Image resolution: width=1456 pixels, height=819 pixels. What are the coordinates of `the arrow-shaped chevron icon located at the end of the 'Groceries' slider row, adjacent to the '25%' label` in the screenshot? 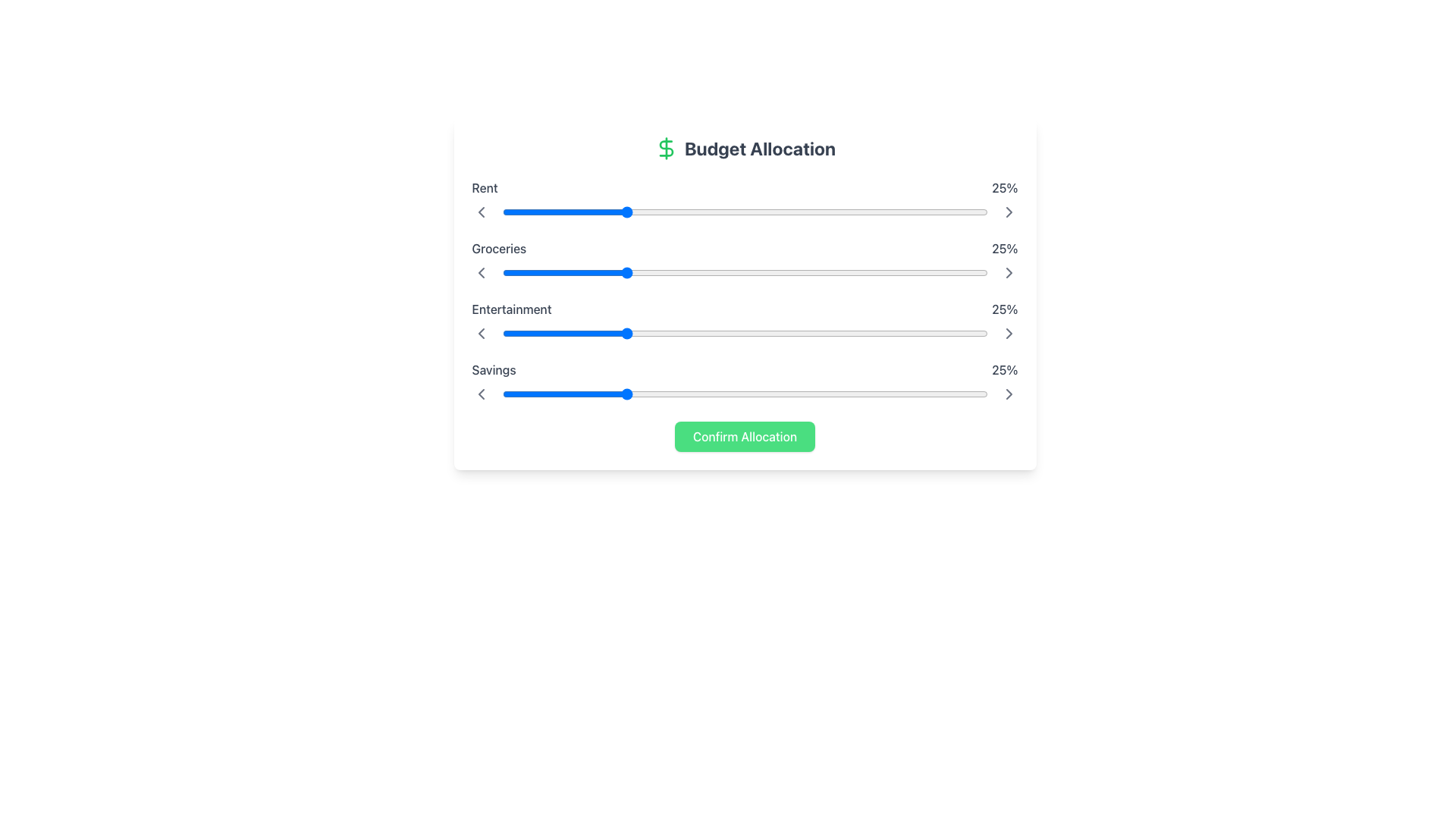 It's located at (1009, 212).